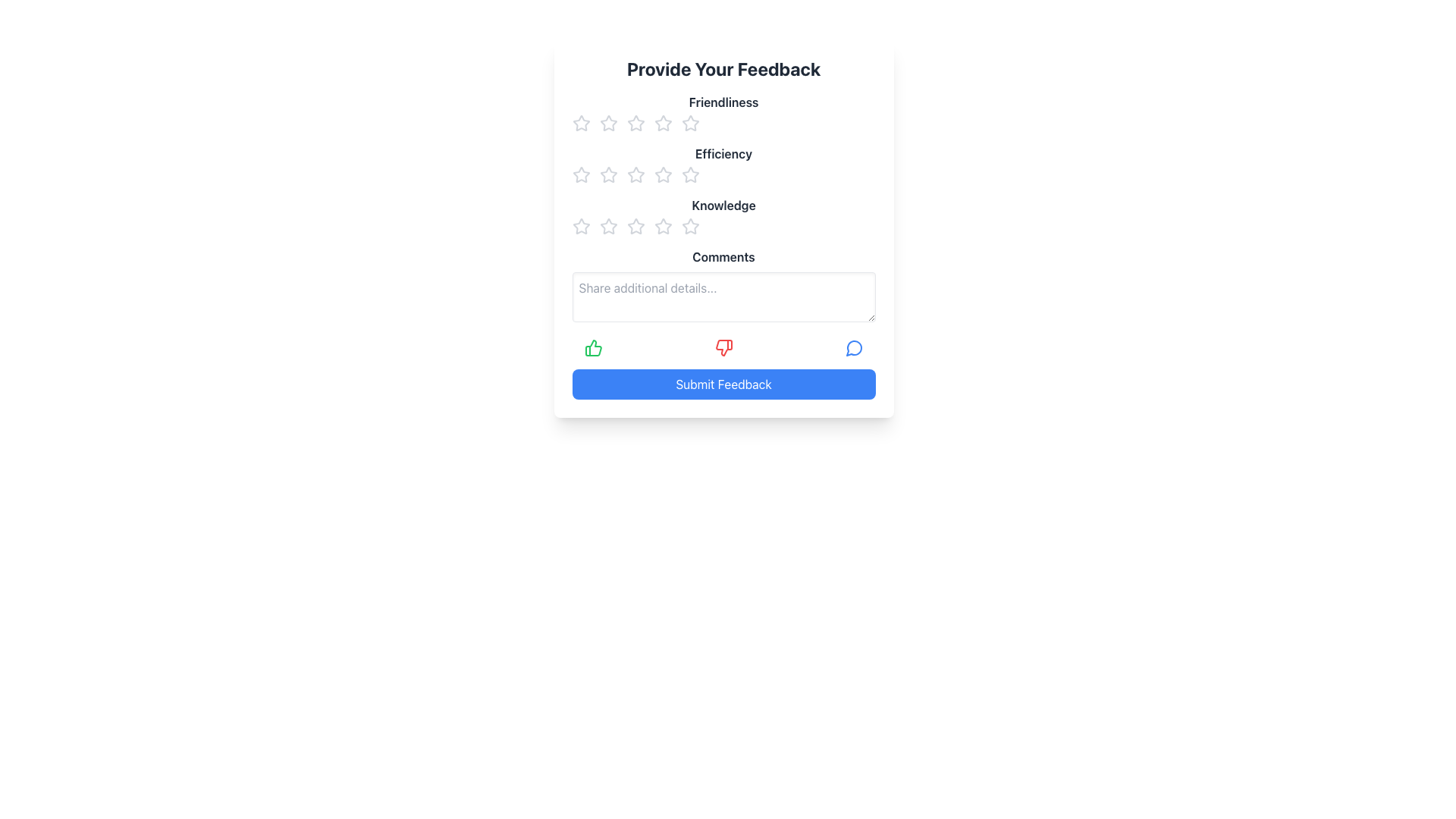  What do you see at coordinates (580, 227) in the screenshot?
I see `the first star icon in the third row of the feedback form for the 'Knowledge' category to rate` at bounding box center [580, 227].